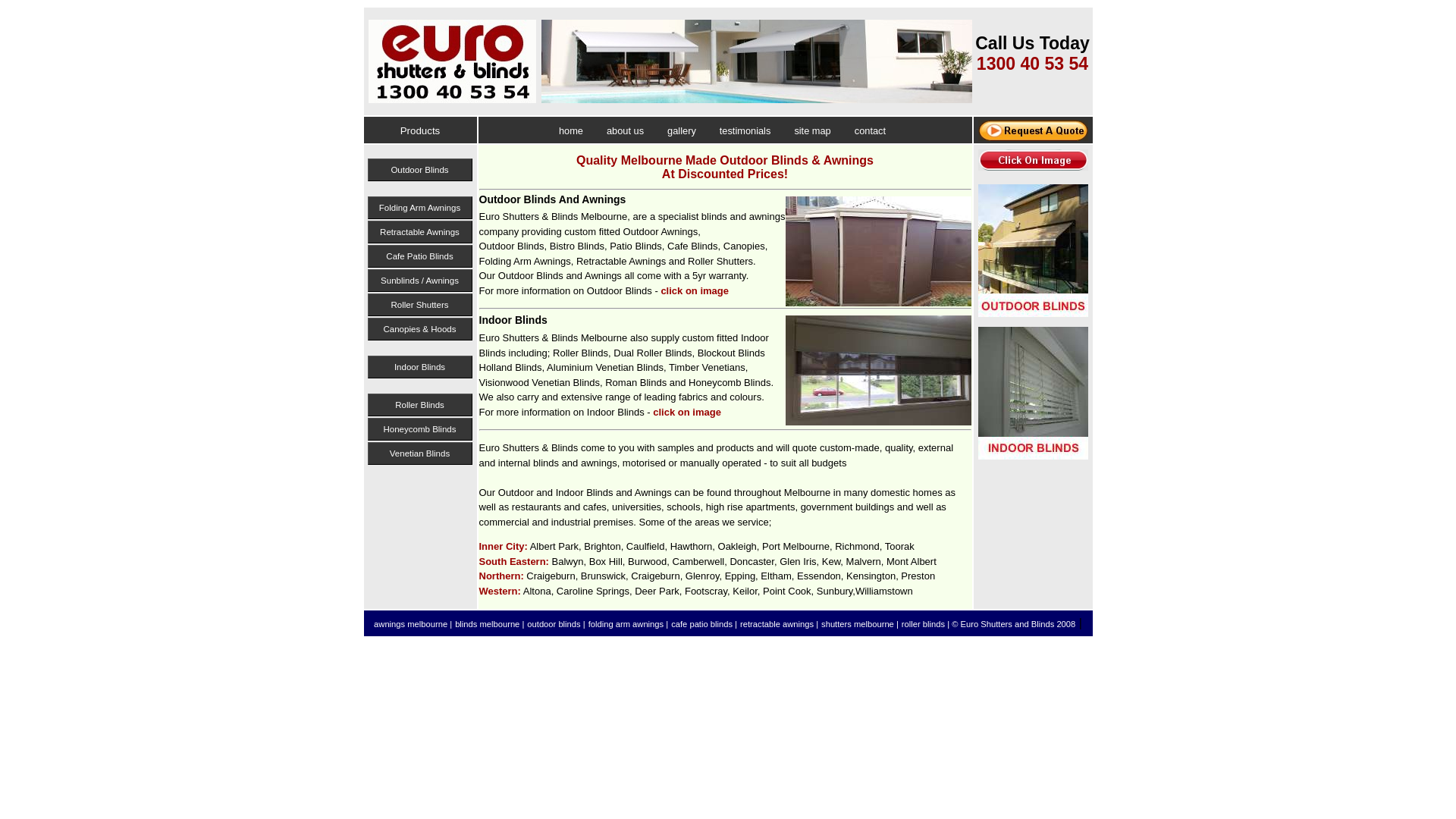 The image size is (1456, 819). What do you see at coordinates (555, 623) in the screenshot?
I see `'outdoor blinds |'` at bounding box center [555, 623].